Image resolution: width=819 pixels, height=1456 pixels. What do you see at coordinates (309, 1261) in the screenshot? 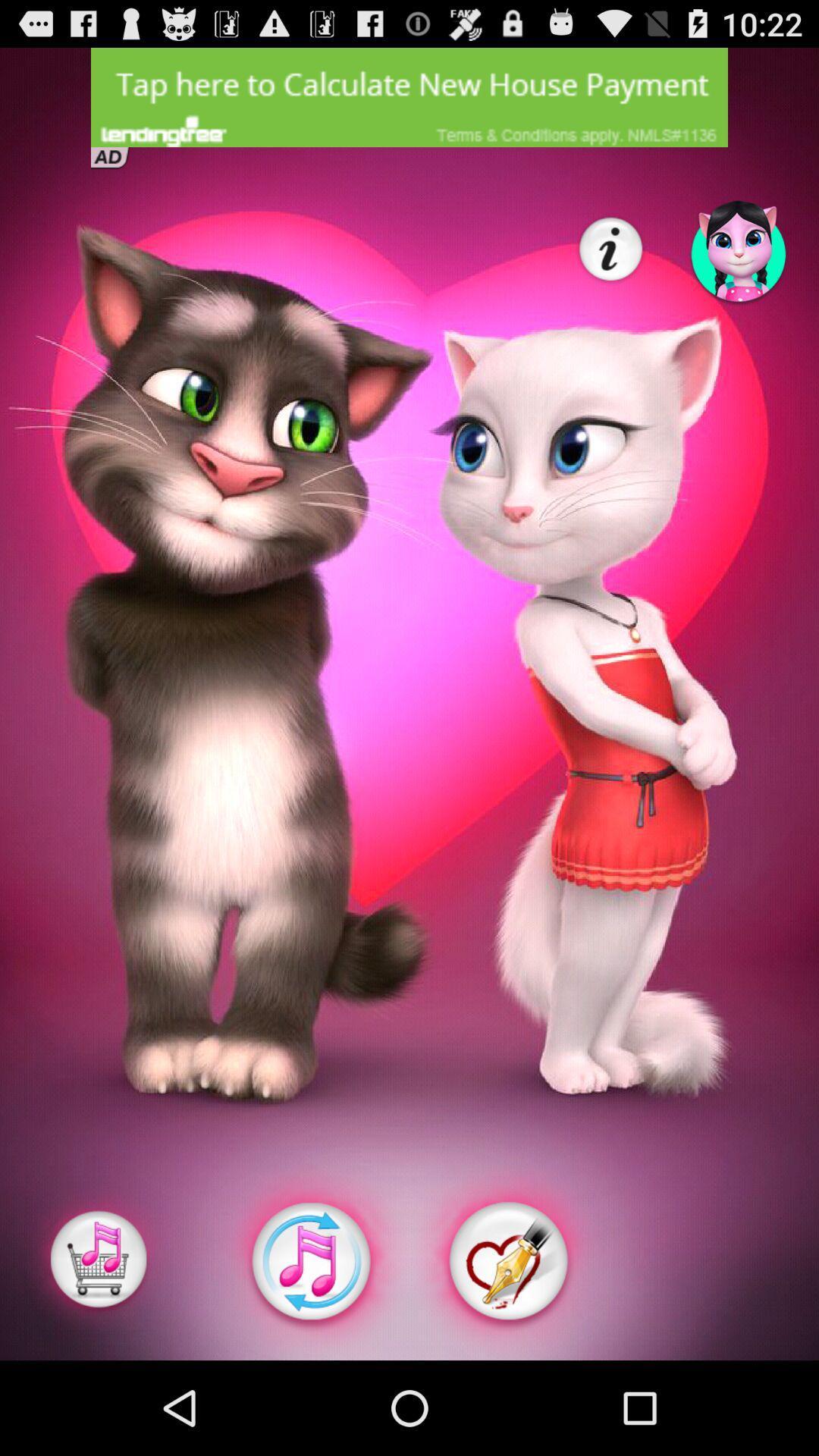
I see `sound` at bounding box center [309, 1261].